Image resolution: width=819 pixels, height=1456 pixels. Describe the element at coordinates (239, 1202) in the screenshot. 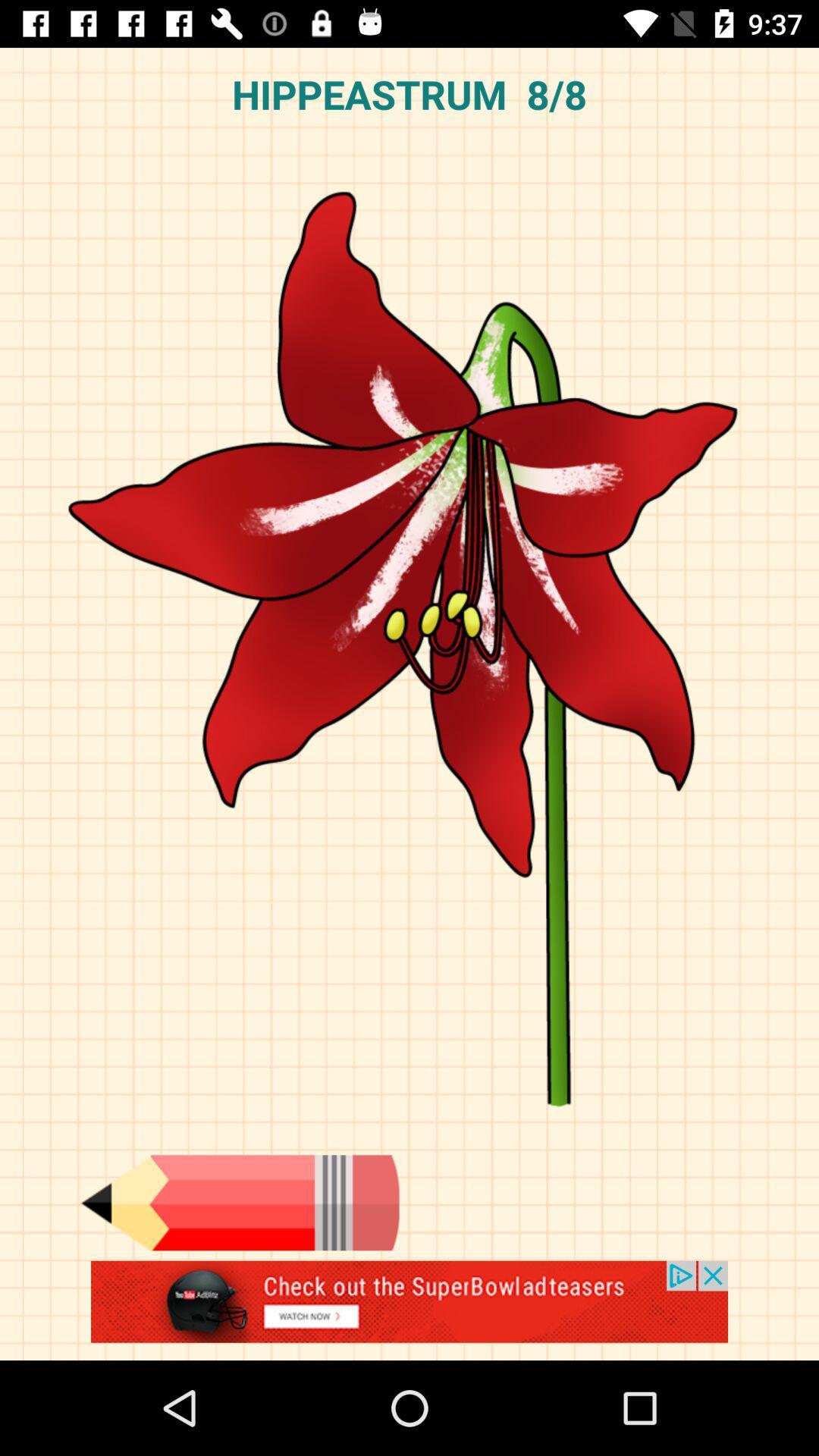

I see `pencil tool` at that location.